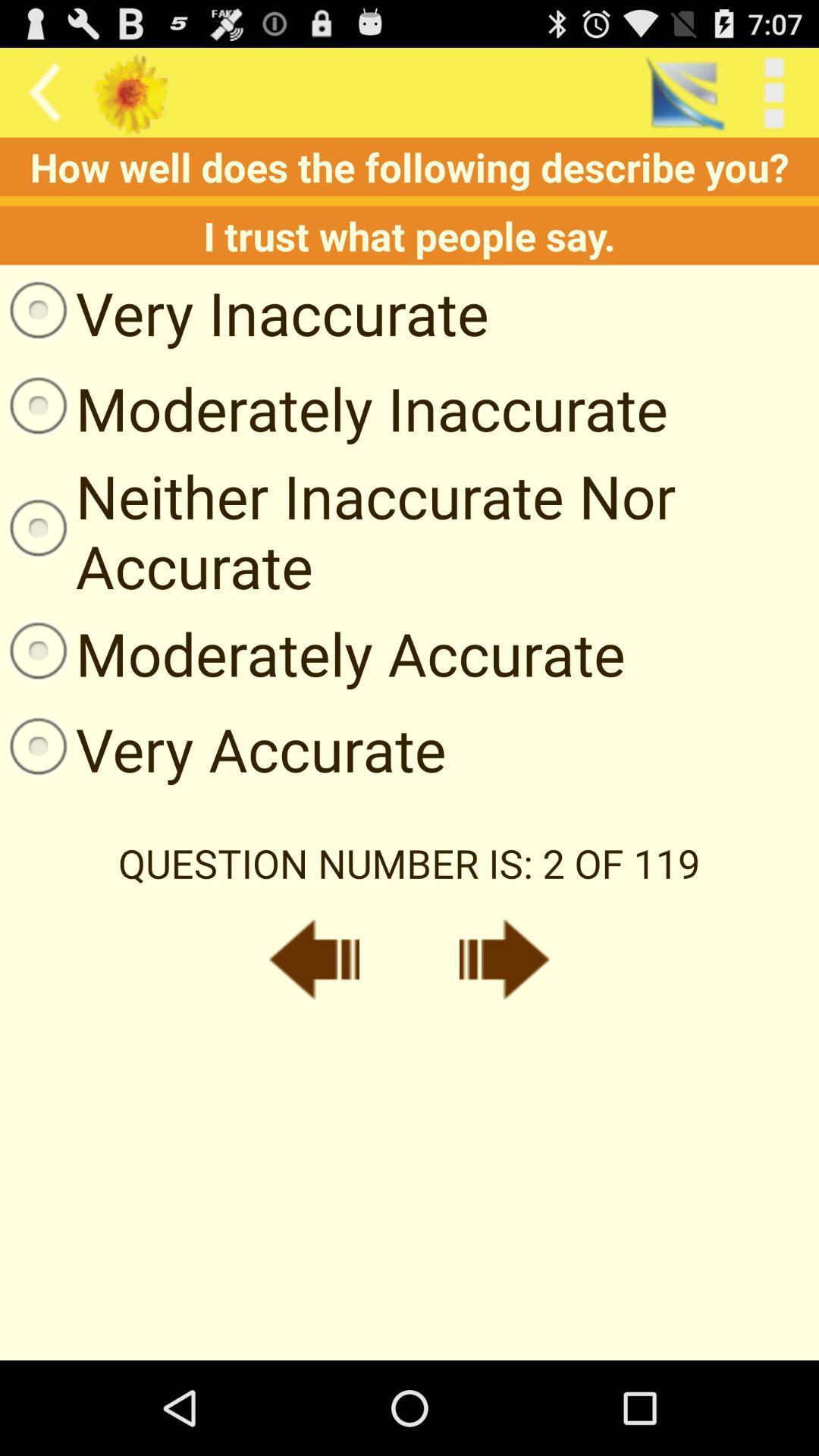  I want to click on the moderately inaccurate item, so click(333, 408).